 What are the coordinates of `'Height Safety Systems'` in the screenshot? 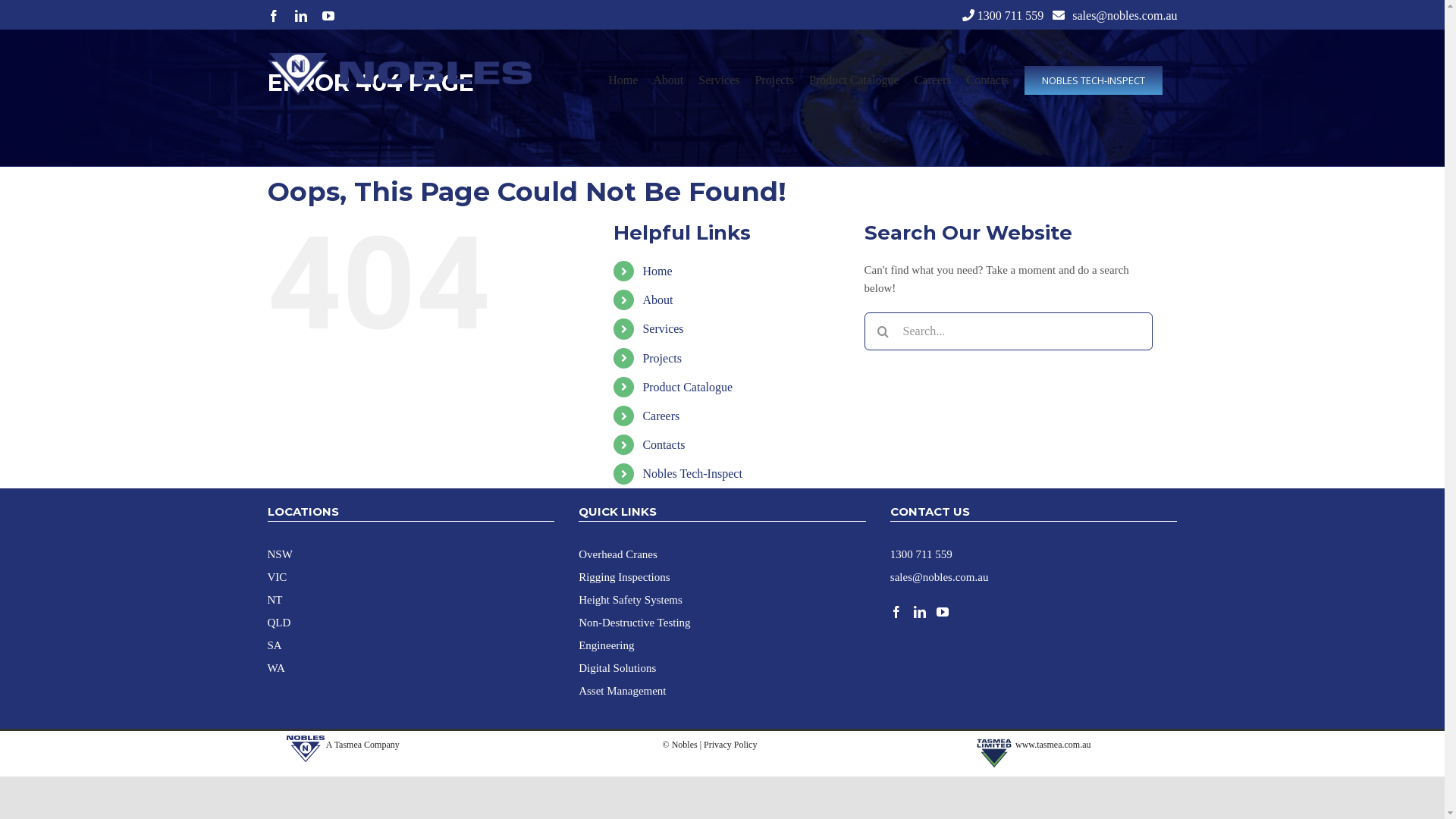 It's located at (630, 598).